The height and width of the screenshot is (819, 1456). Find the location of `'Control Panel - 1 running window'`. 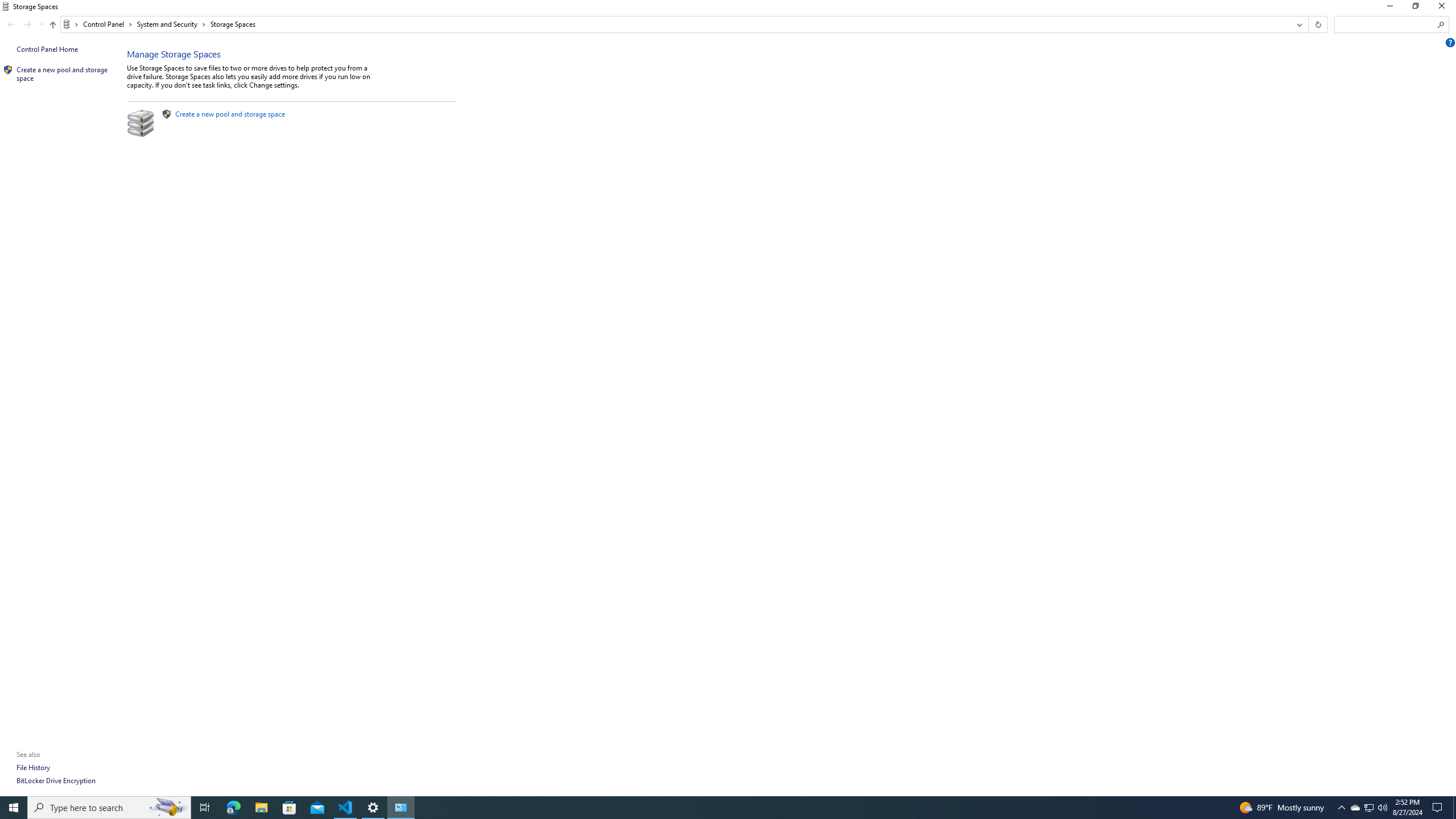

'Control Panel - 1 running window' is located at coordinates (401, 806).